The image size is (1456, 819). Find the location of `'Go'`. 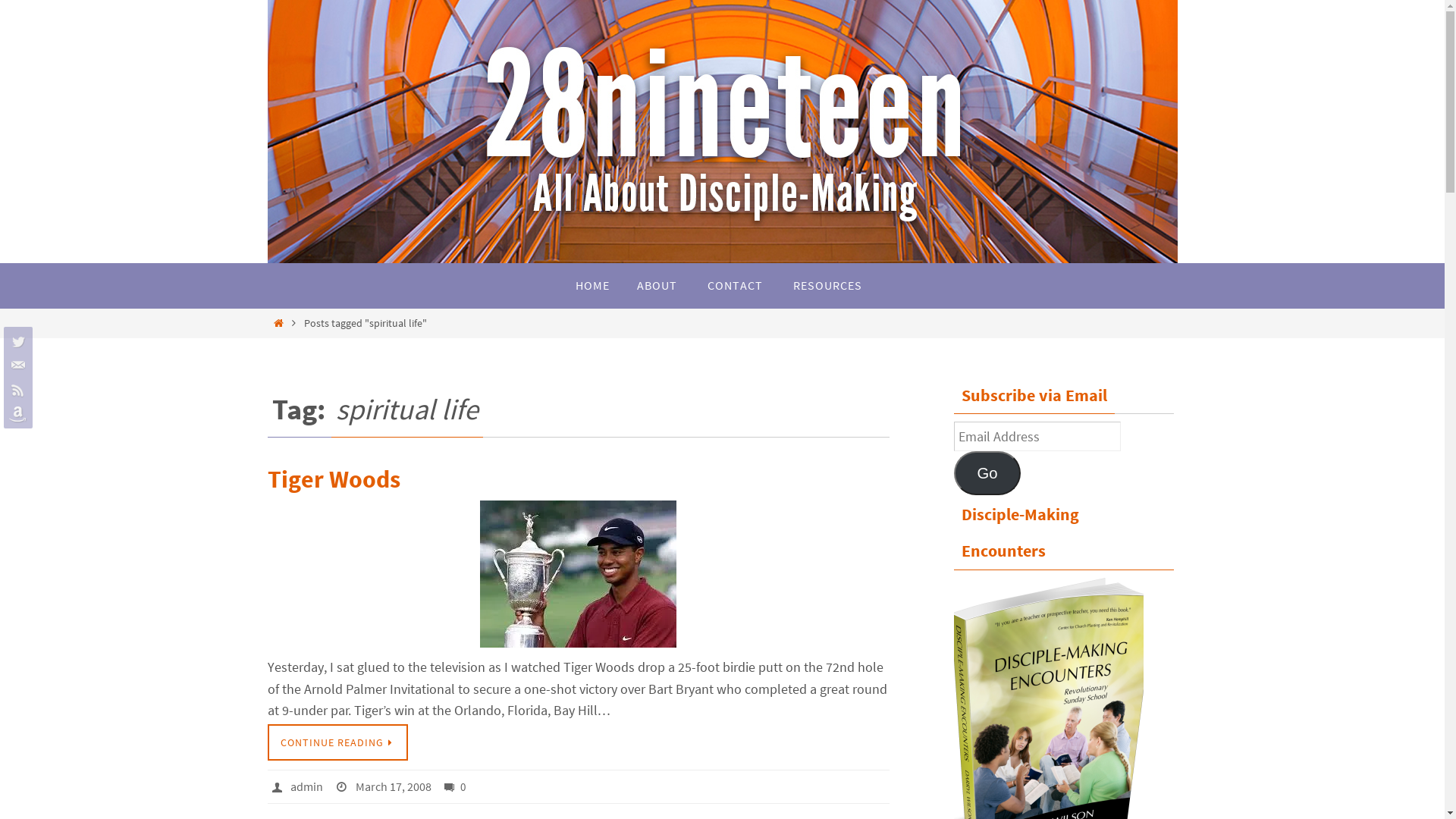

'Go' is located at coordinates (987, 472).